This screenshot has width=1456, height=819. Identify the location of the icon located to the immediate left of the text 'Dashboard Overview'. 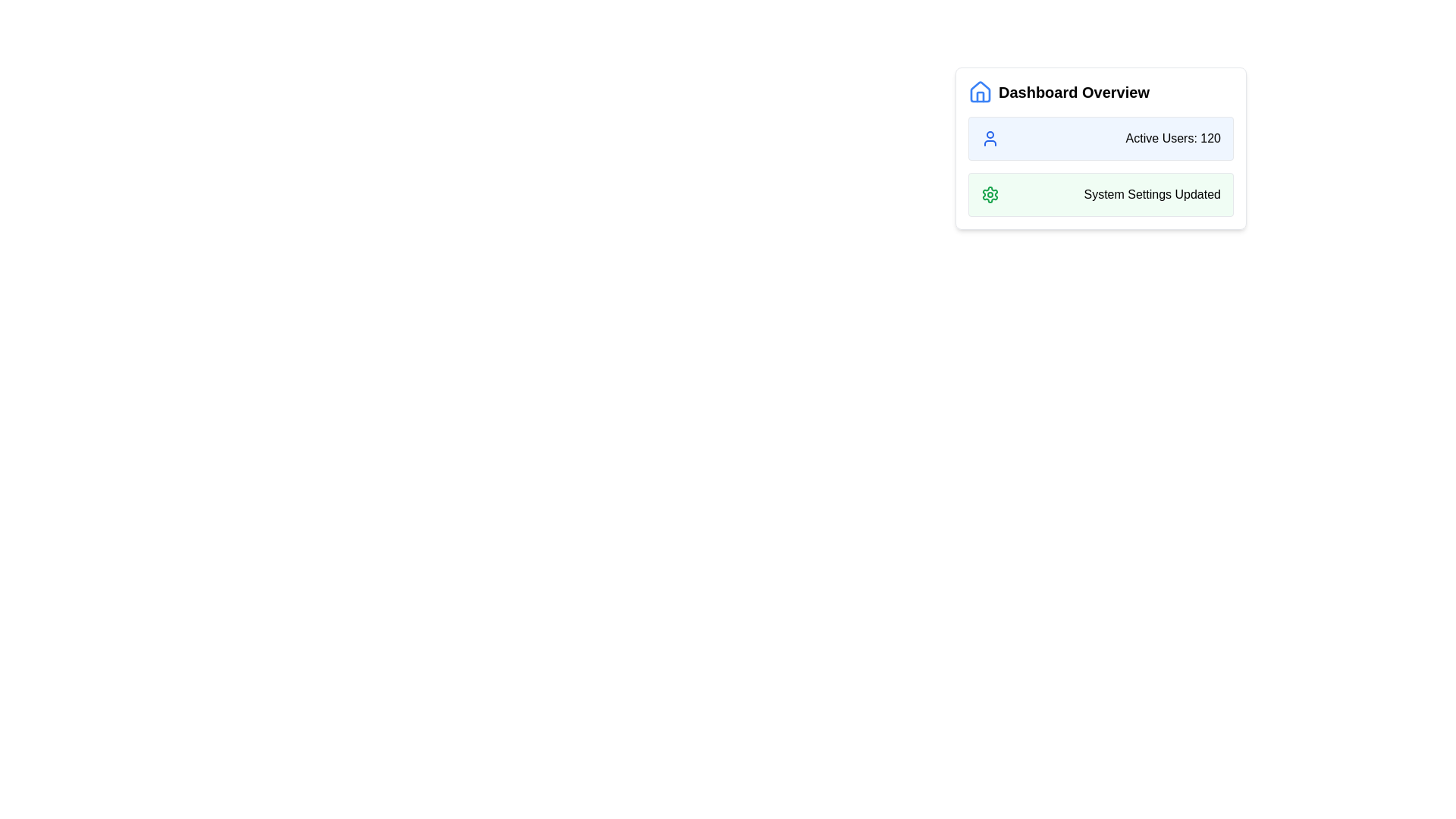
(980, 93).